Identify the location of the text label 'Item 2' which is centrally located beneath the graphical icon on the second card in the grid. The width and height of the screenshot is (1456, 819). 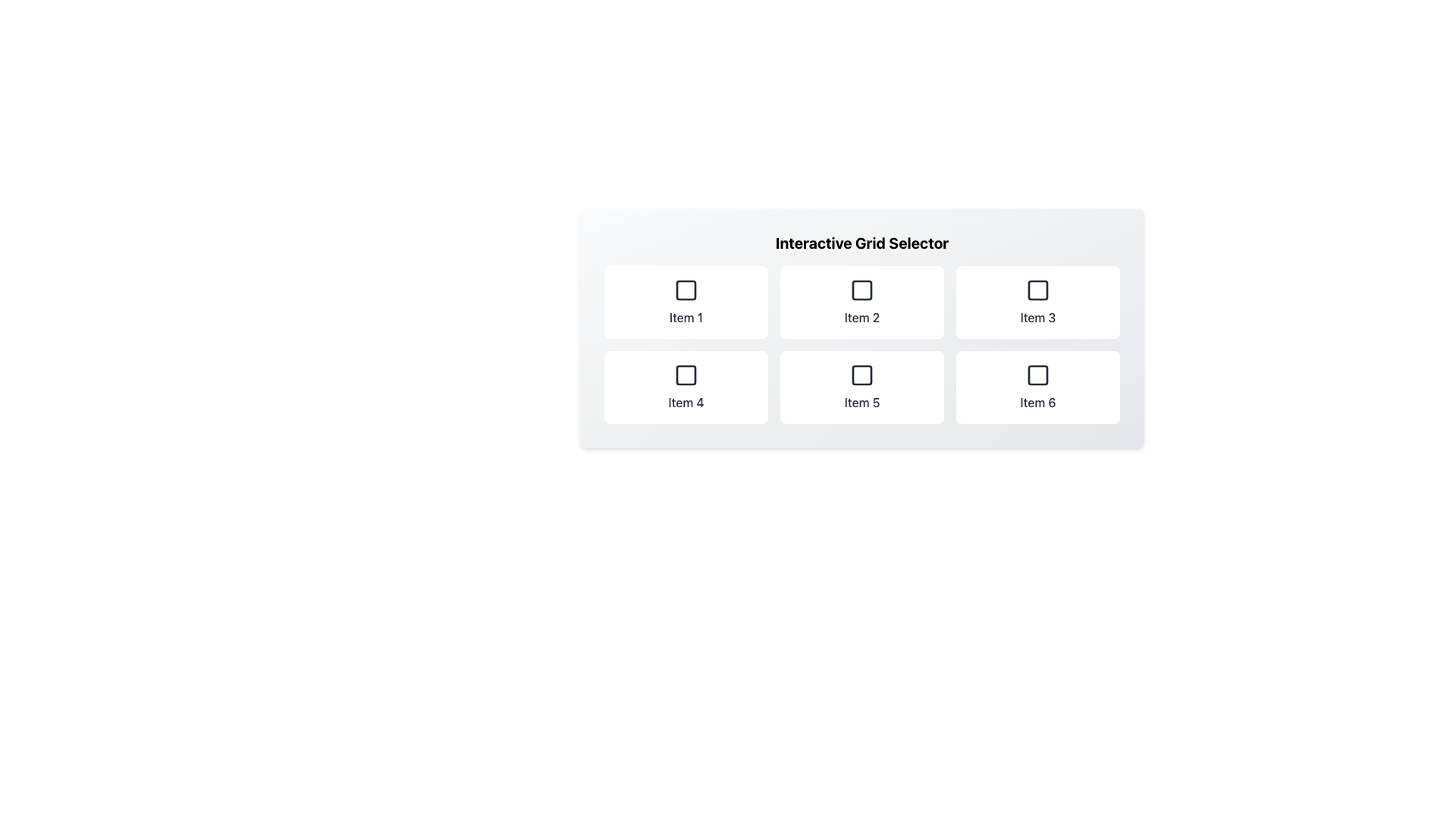
(862, 317).